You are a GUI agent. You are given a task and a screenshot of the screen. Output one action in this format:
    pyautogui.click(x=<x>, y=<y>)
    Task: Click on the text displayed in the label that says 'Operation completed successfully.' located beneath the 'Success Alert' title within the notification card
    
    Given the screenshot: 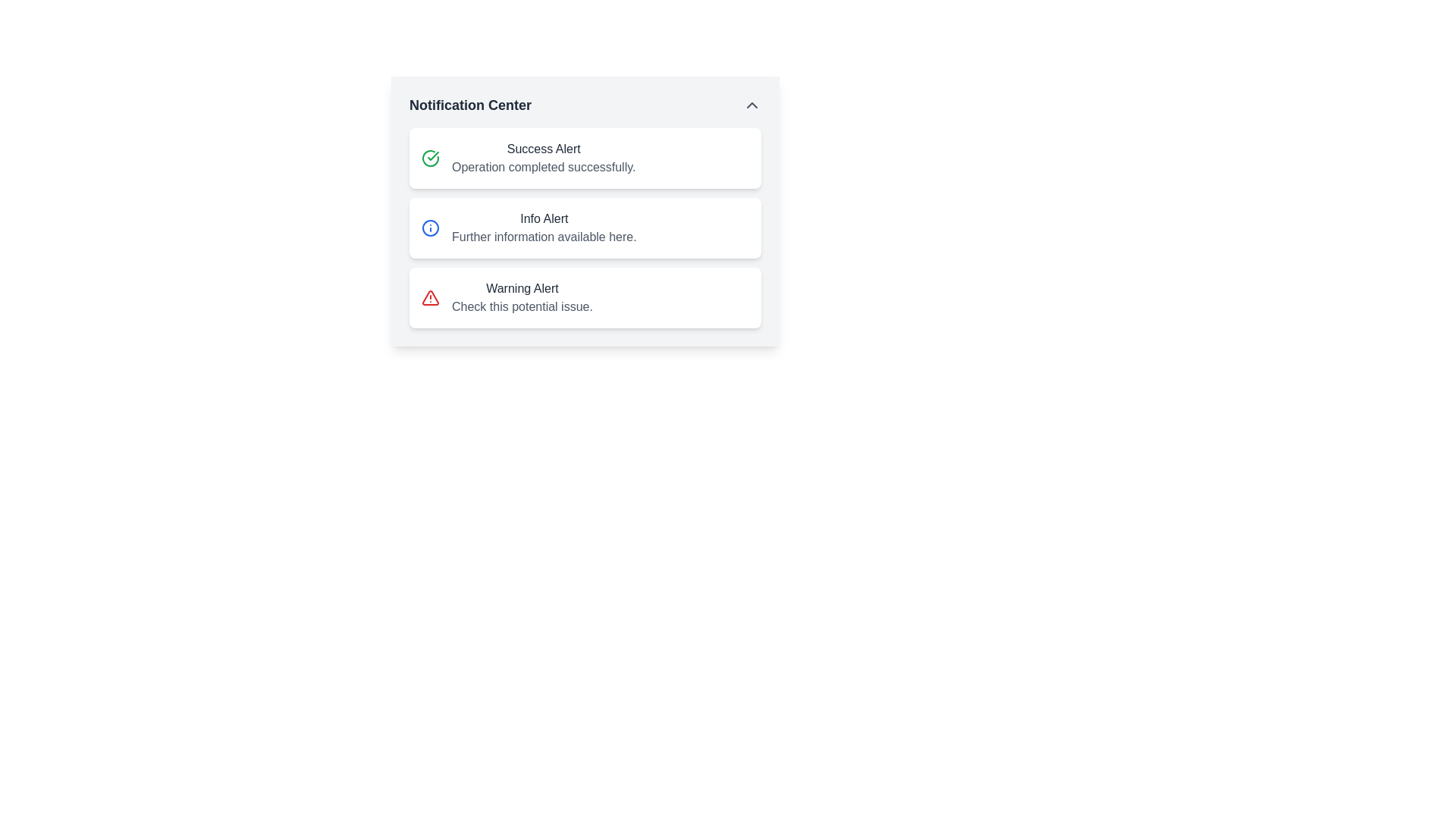 What is the action you would take?
    pyautogui.click(x=544, y=167)
    